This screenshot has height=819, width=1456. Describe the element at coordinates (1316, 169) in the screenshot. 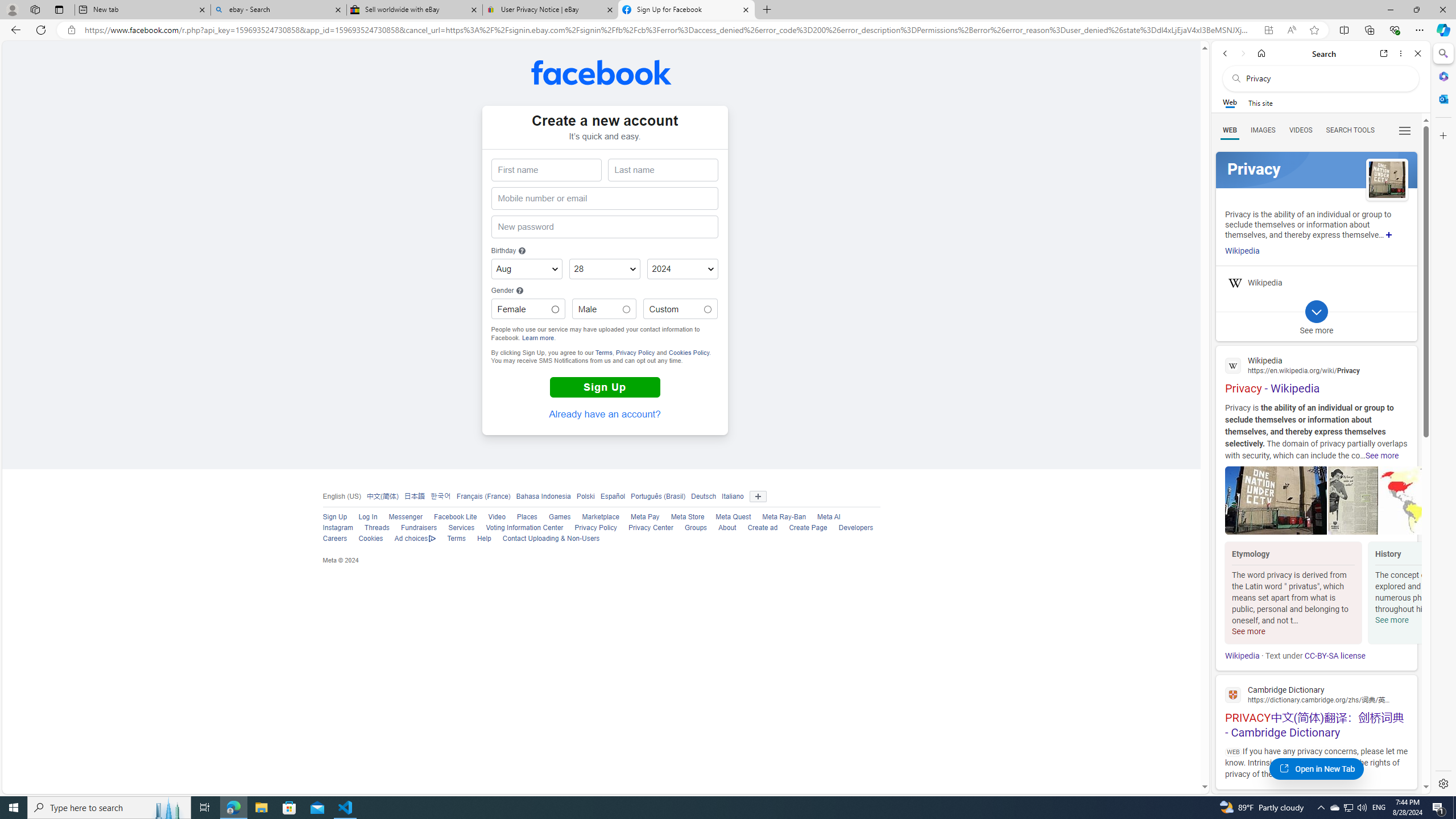

I see `'Class: spl_logobg'` at that location.